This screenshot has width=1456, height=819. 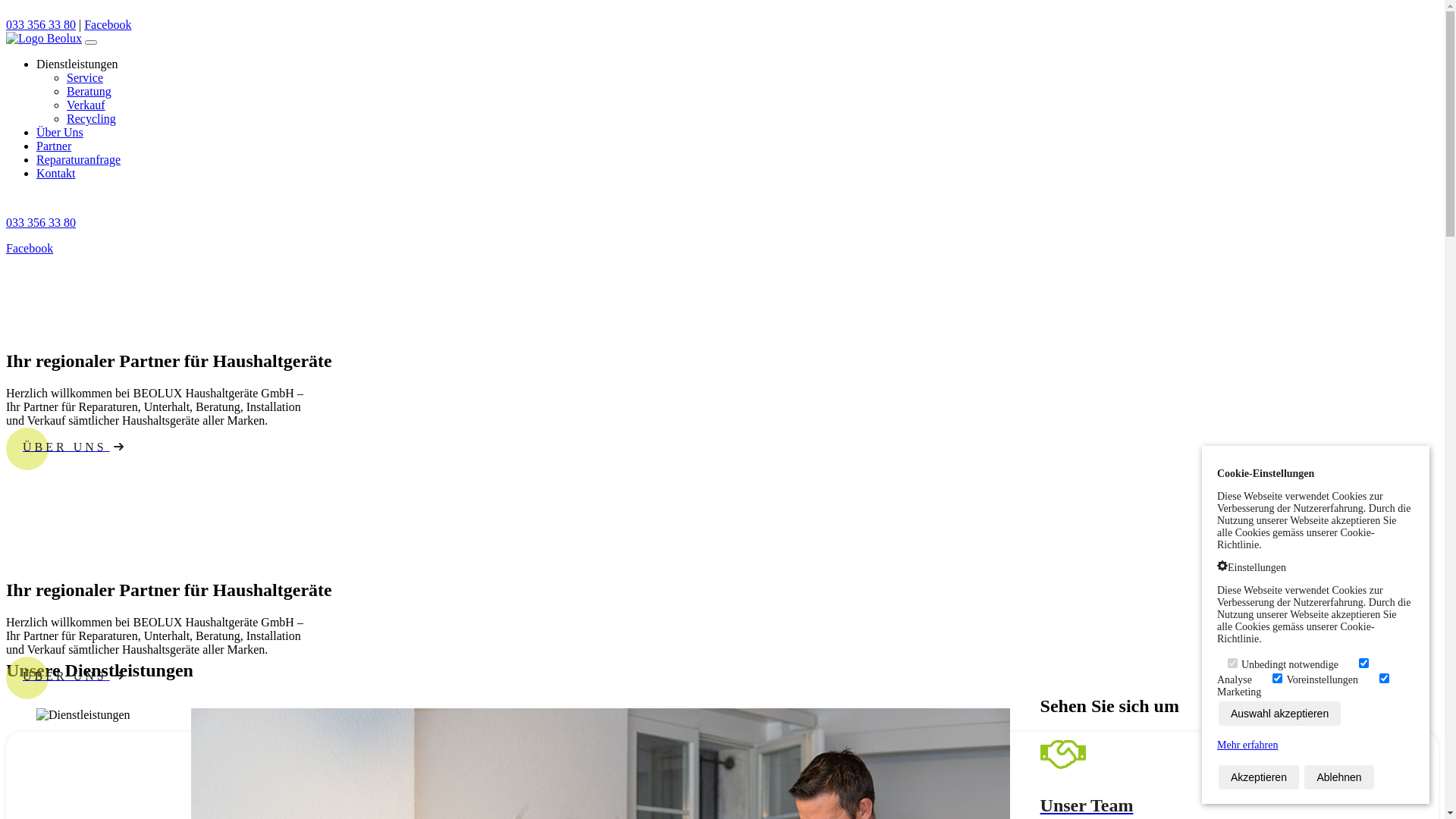 What do you see at coordinates (83, 77) in the screenshot?
I see `'Service'` at bounding box center [83, 77].